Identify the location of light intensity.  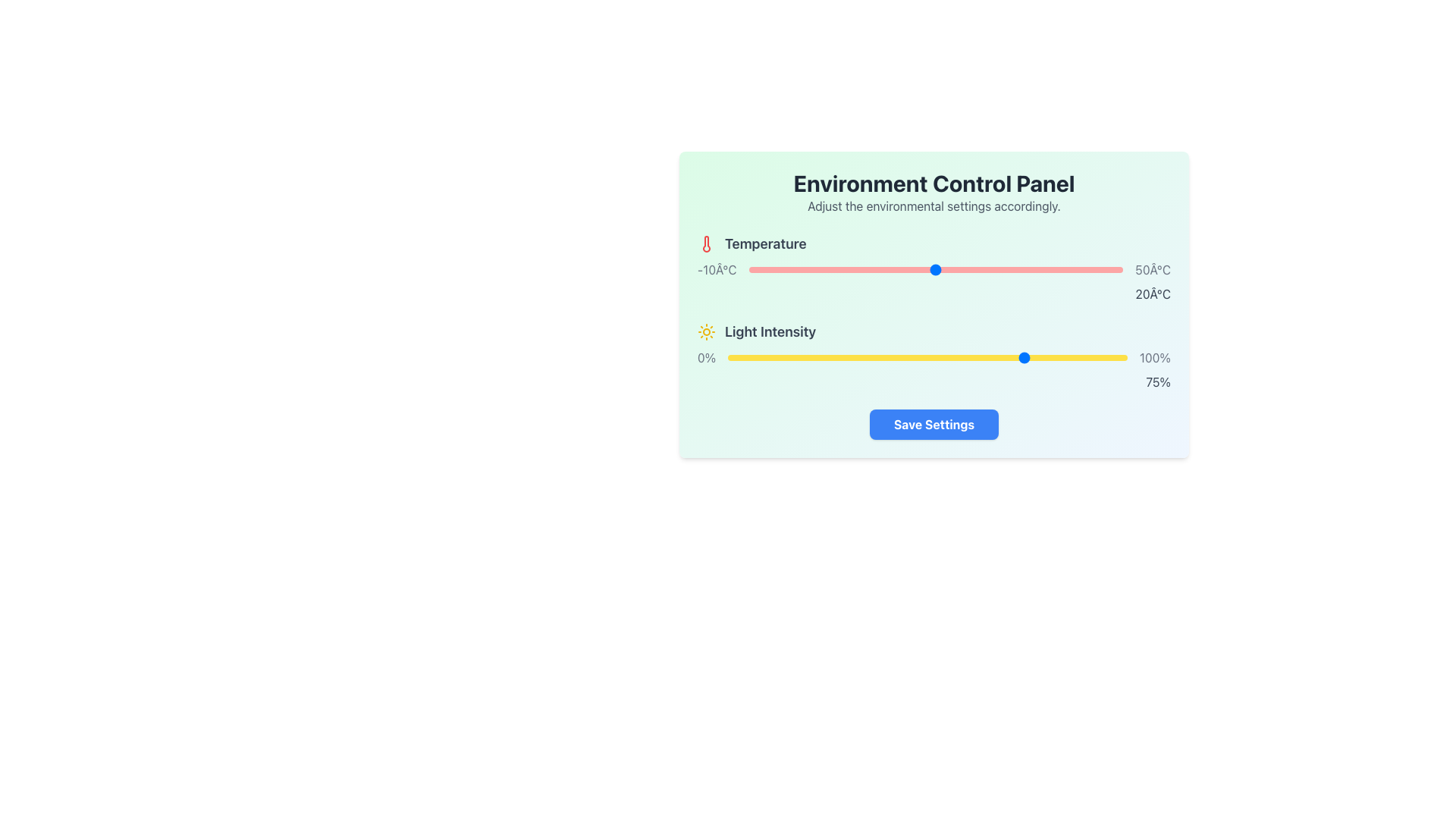
(1070, 357).